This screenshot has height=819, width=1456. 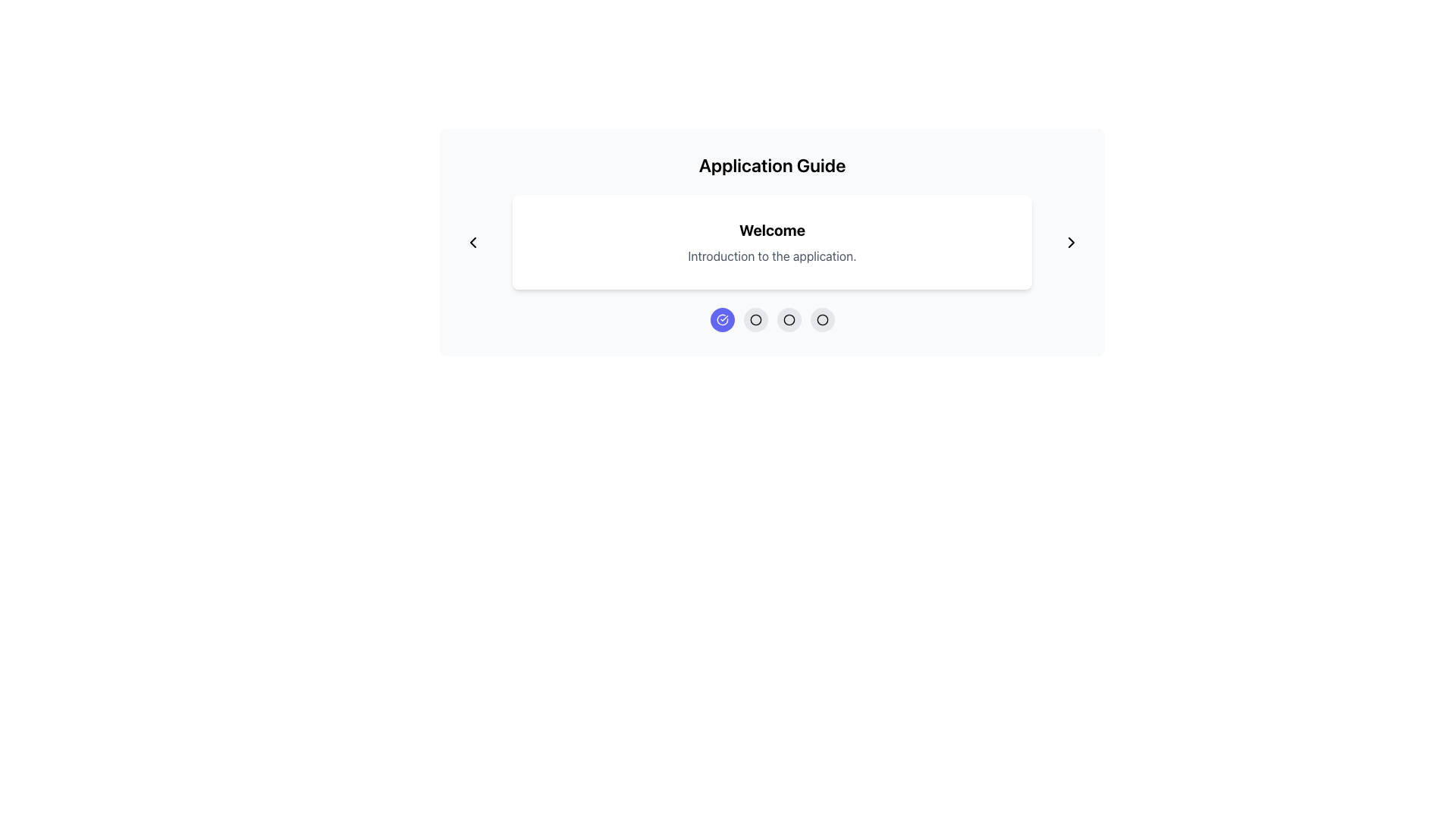 What do you see at coordinates (789, 318) in the screenshot?
I see `the inner Circle SVG shape that serves as a focus indicator among navigation dots in the bottom navigation area` at bounding box center [789, 318].